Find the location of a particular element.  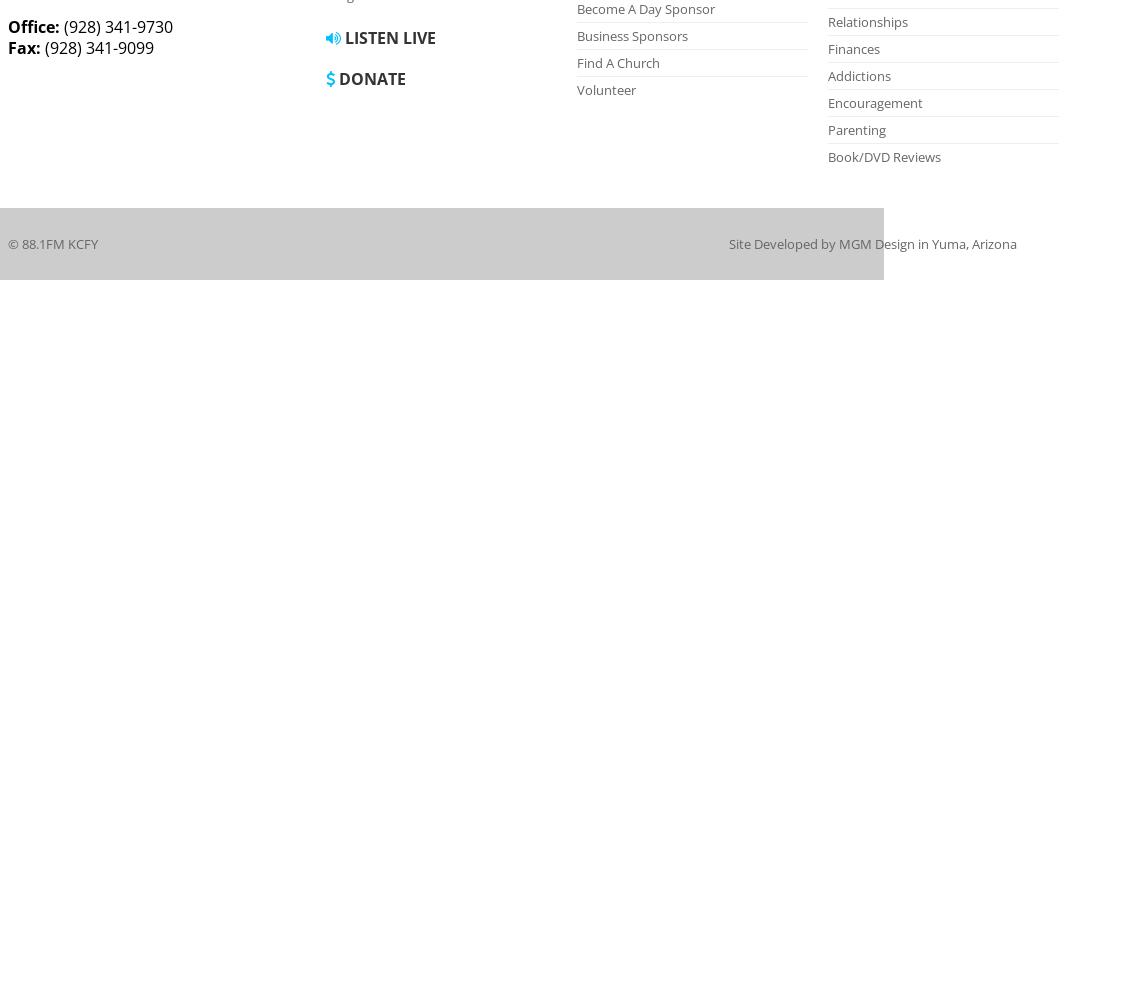

'Become A Day Sponsor' is located at coordinates (644, 9).